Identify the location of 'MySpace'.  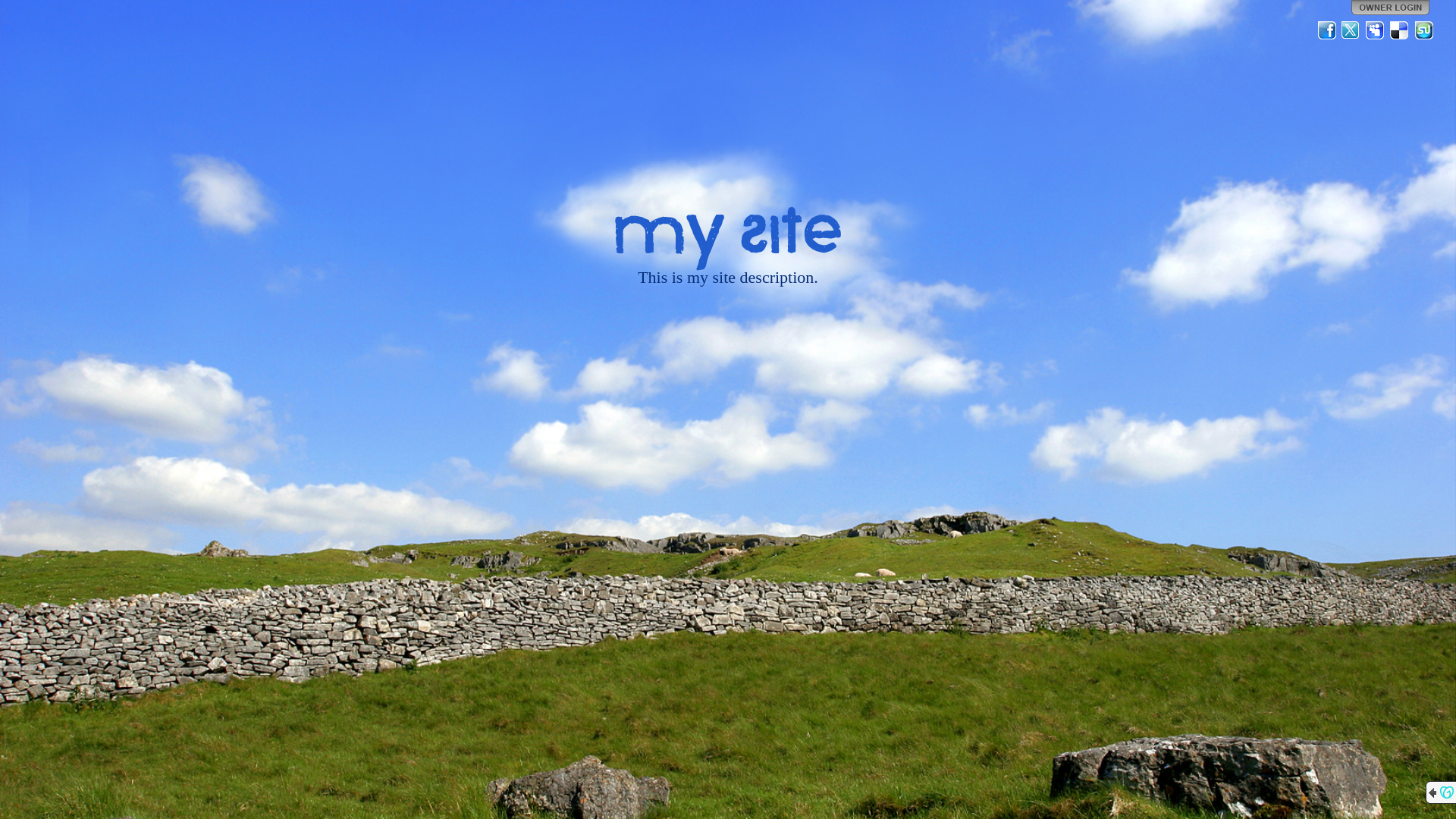
(1365, 30).